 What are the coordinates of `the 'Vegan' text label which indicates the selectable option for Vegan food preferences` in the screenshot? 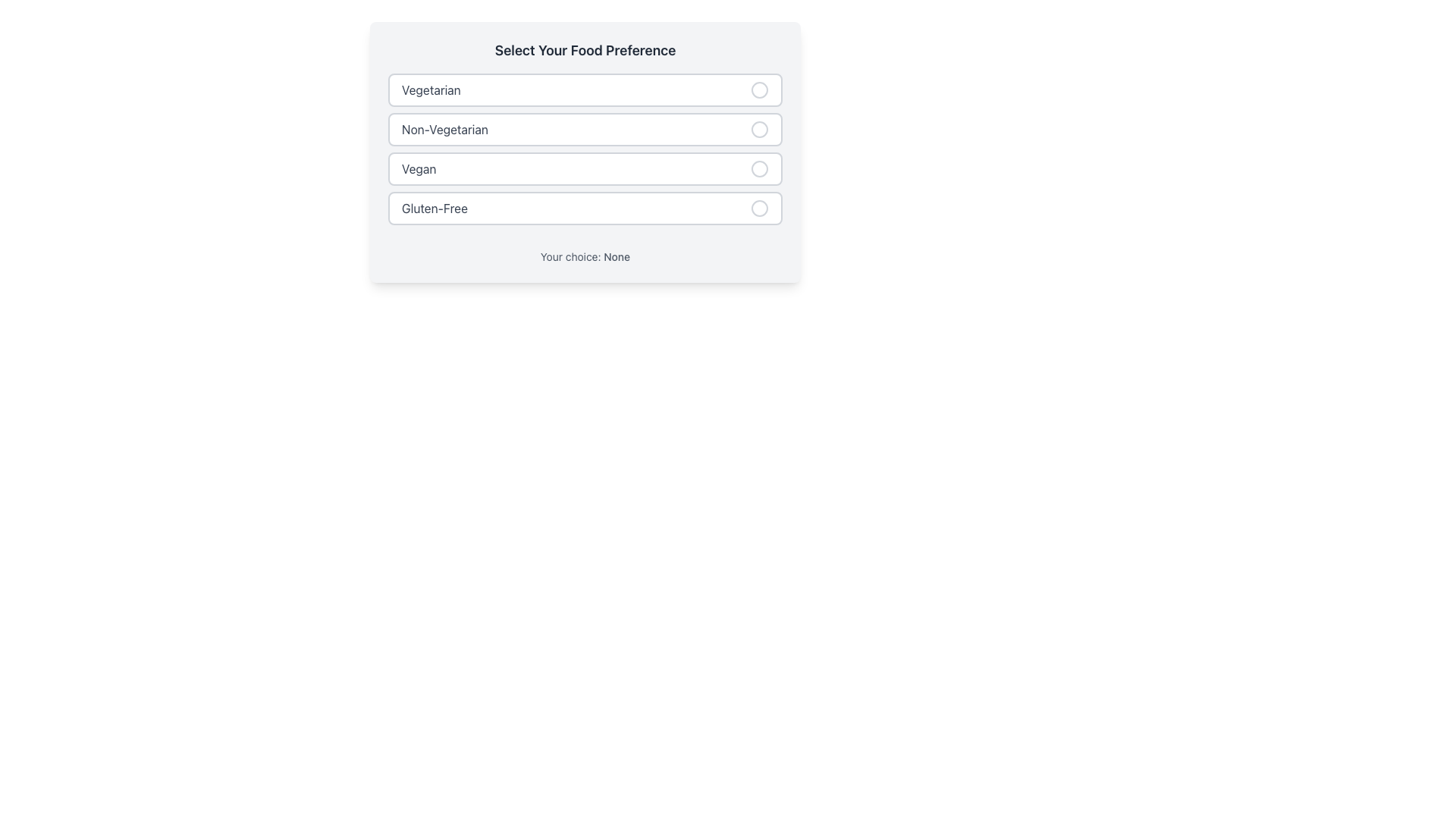 It's located at (419, 169).